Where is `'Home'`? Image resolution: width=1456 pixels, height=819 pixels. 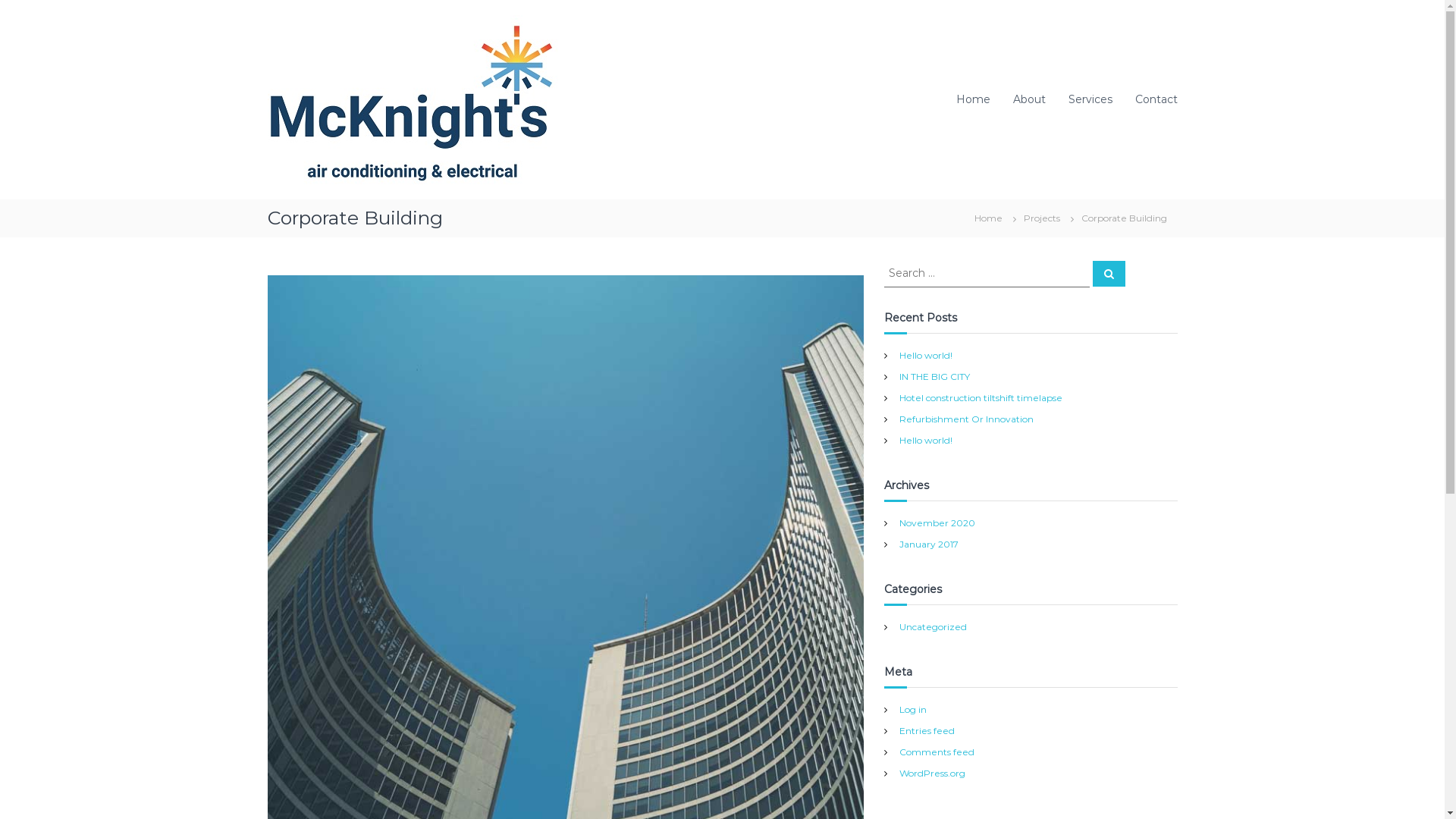 'Home' is located at coordinates (972, 99).